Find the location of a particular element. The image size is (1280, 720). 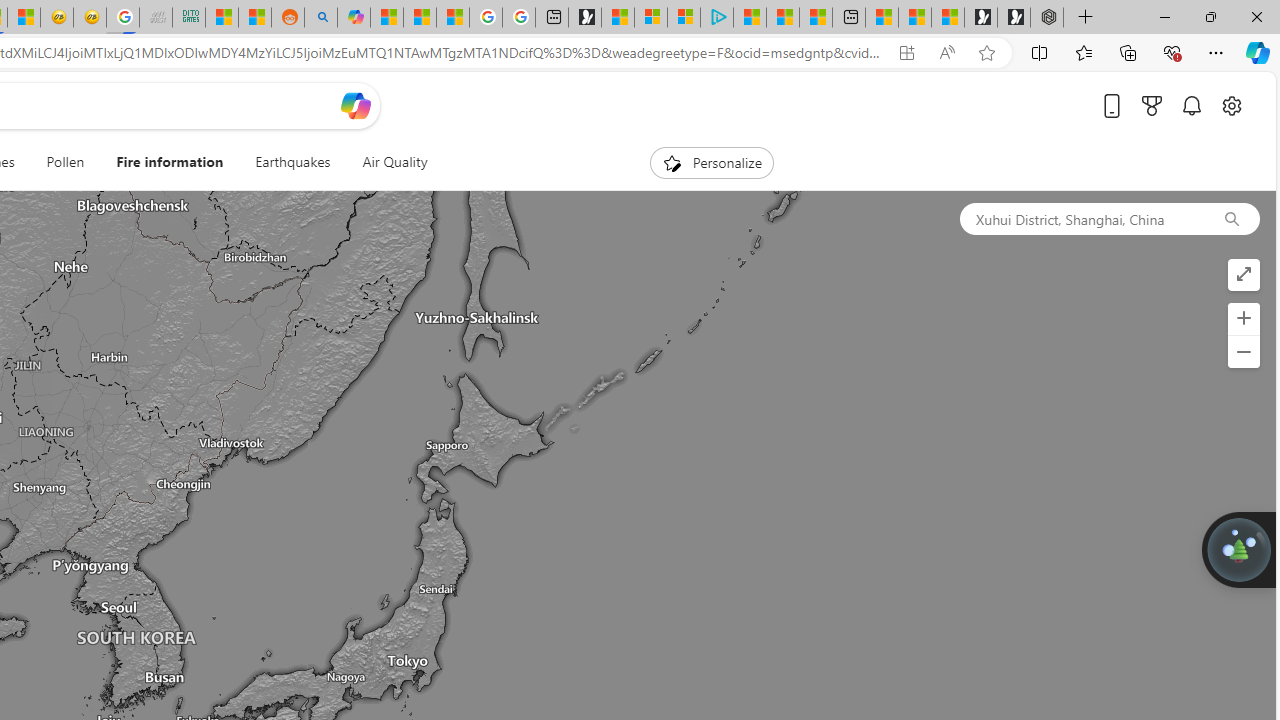

'App available. Install Microsoft Start Weather' is located at coordinates (905, 52).